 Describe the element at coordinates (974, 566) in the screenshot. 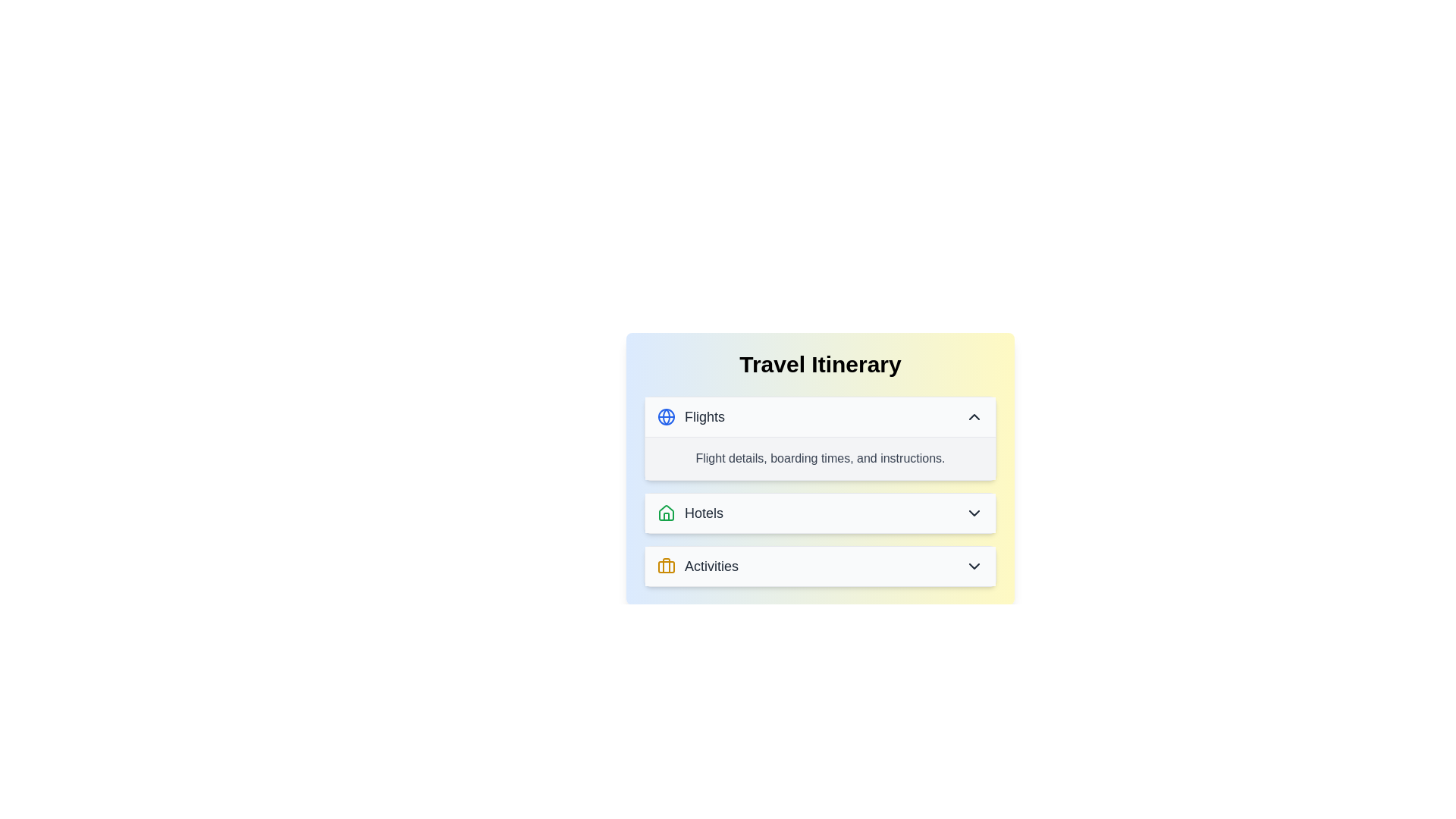

I see `the downward-pointing chevron icon button located in the 'Activities' section` at that location.